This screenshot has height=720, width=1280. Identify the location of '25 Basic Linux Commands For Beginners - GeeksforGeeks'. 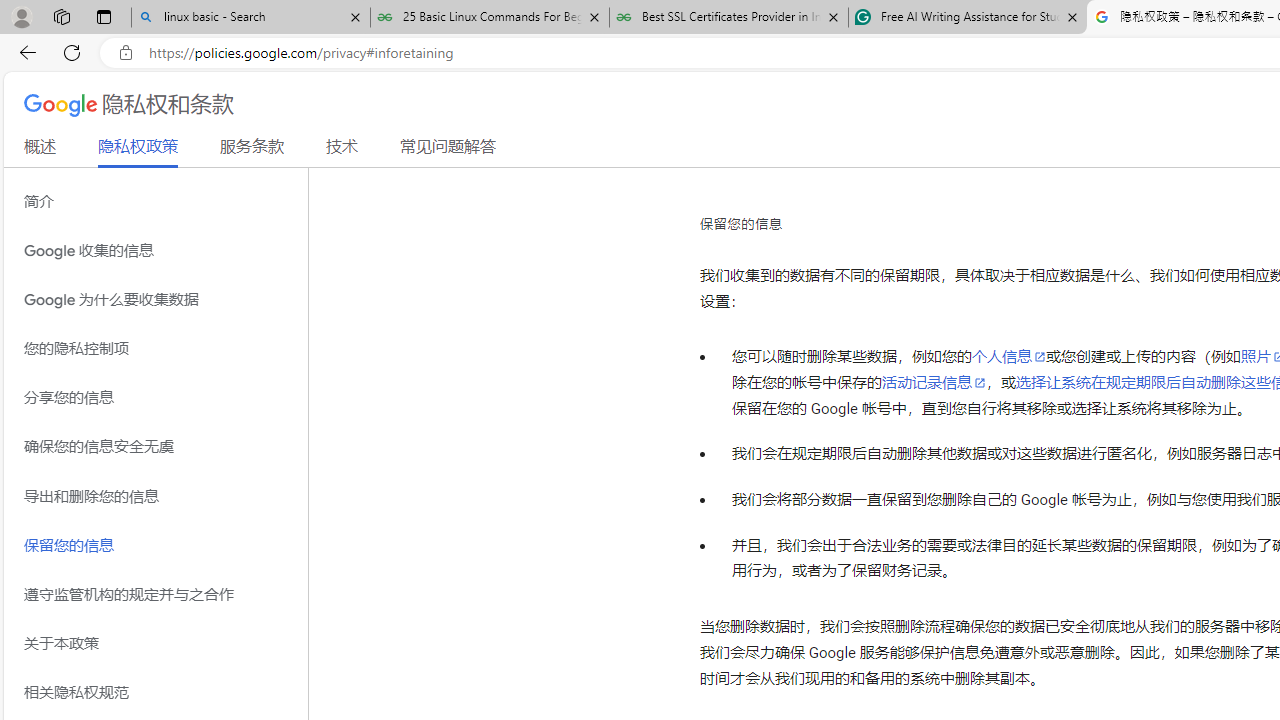
(490, 17).